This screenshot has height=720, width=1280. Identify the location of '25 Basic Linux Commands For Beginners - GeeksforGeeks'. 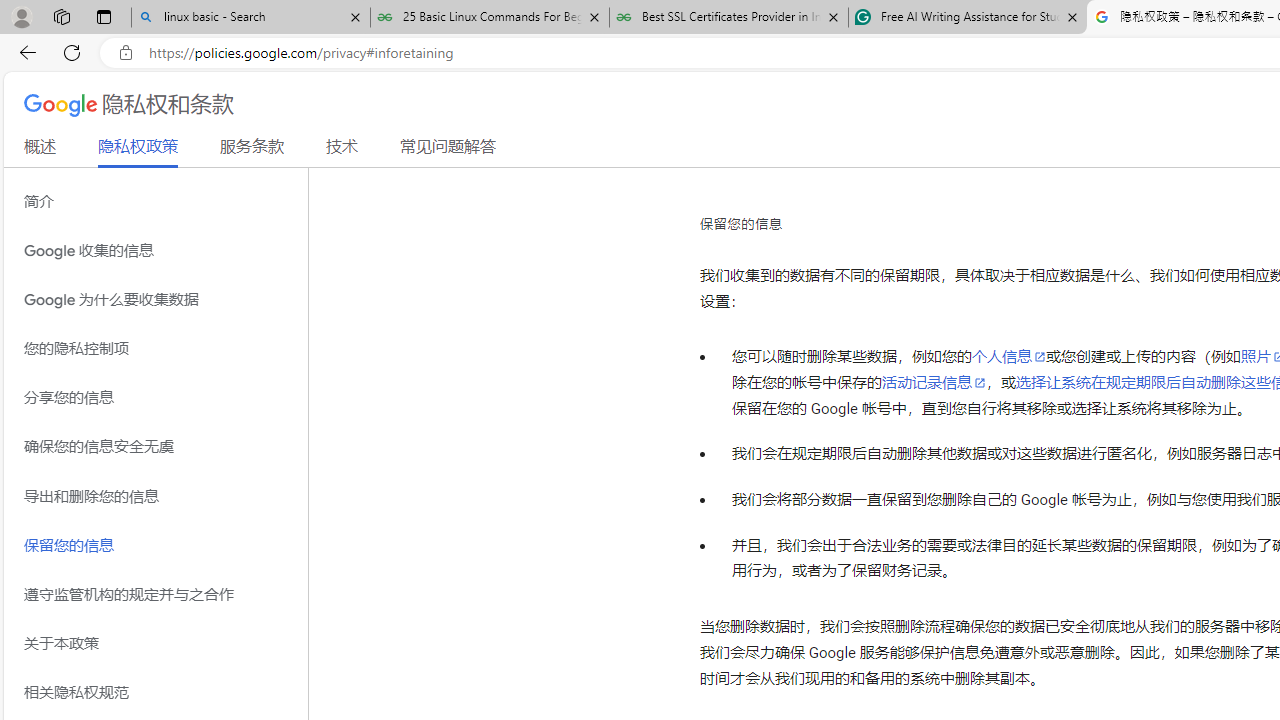
(490, 17).